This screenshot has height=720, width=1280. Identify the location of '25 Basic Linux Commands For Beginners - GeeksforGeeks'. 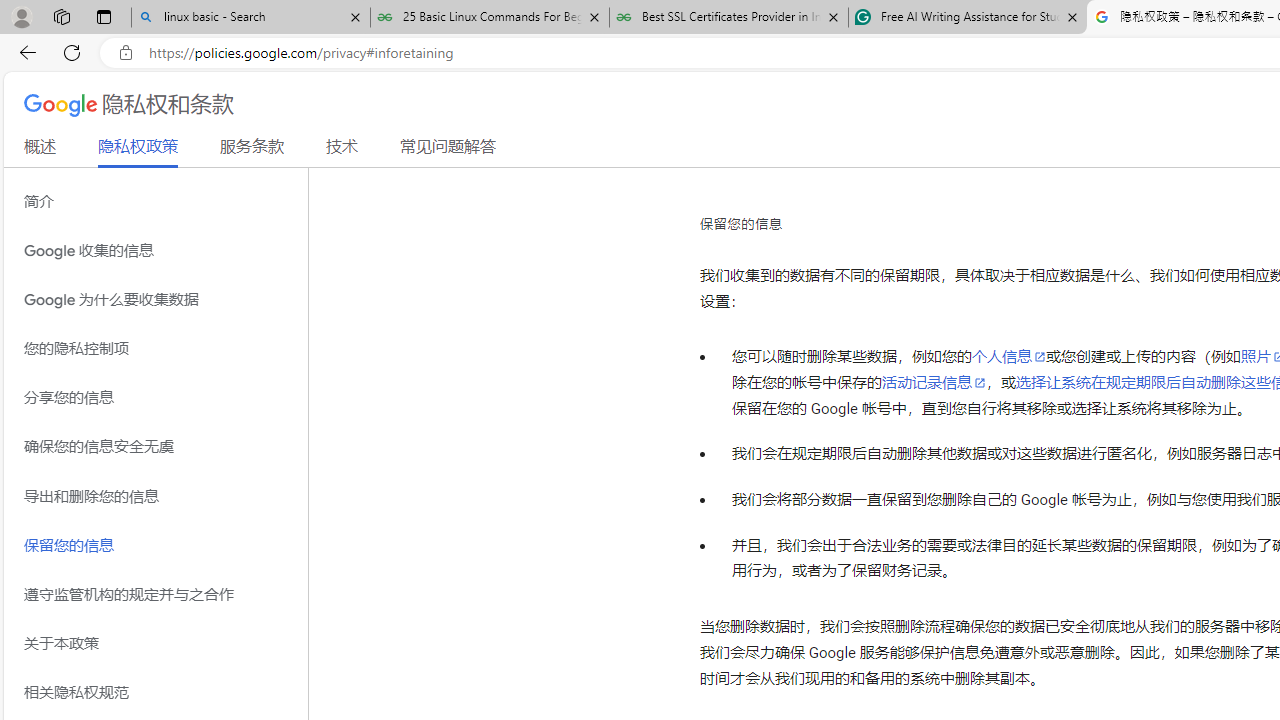
(490, 17).